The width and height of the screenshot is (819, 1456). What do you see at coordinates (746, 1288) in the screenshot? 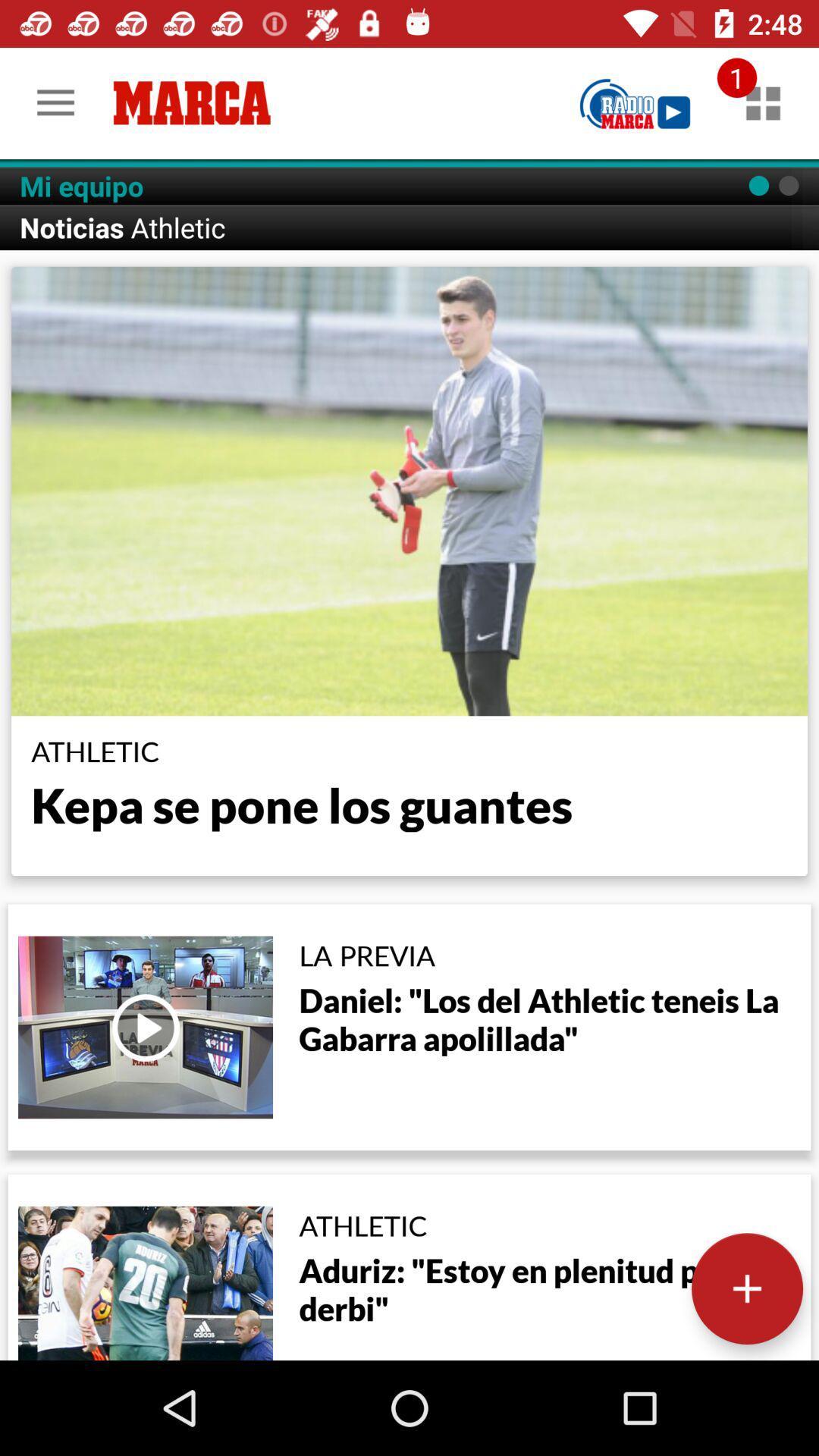
I see `item below daniel los del item` at bounding box center [746, 1288].